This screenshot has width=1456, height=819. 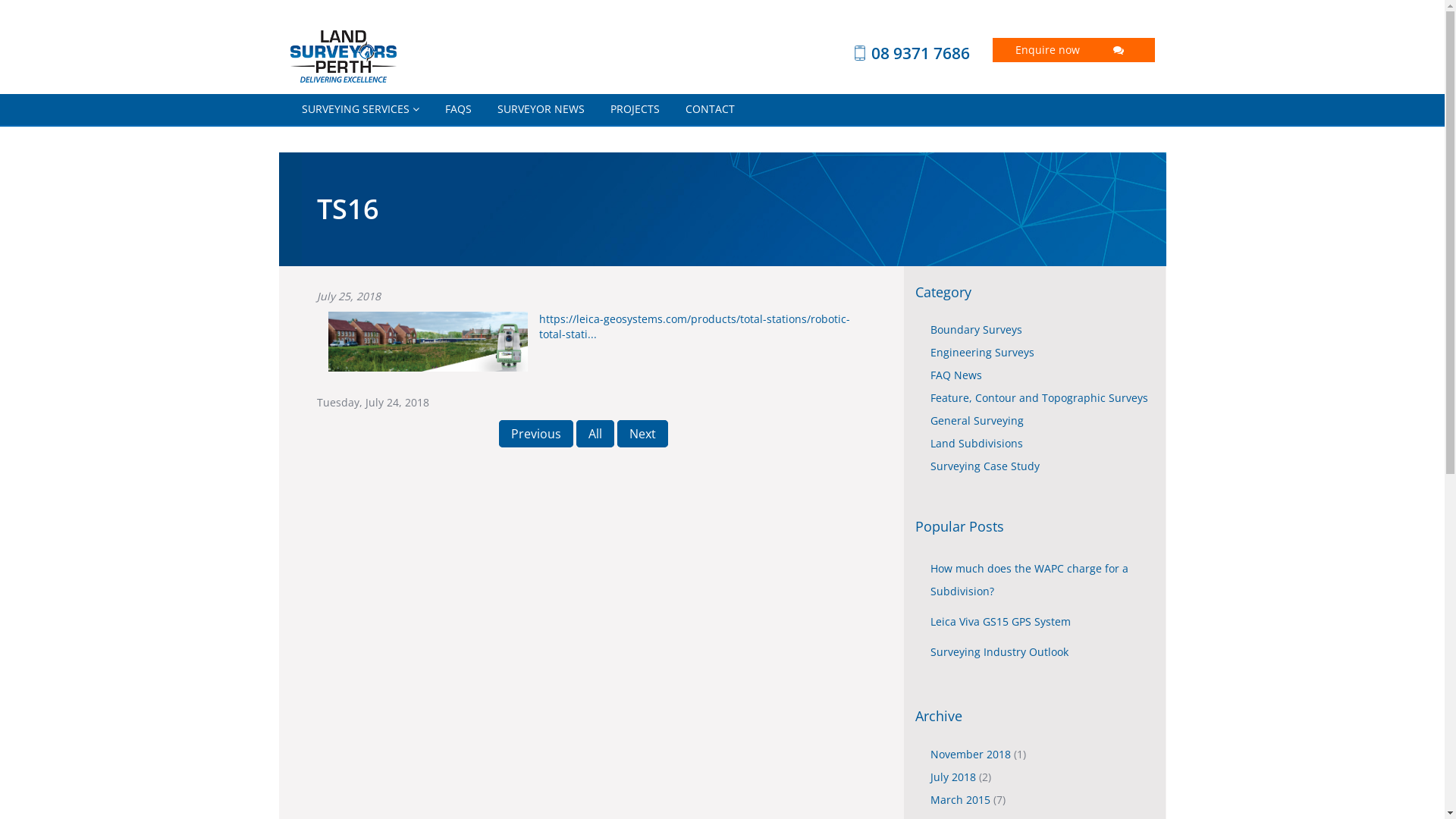 I want to click on 'Next', so click(x=642, y=433).